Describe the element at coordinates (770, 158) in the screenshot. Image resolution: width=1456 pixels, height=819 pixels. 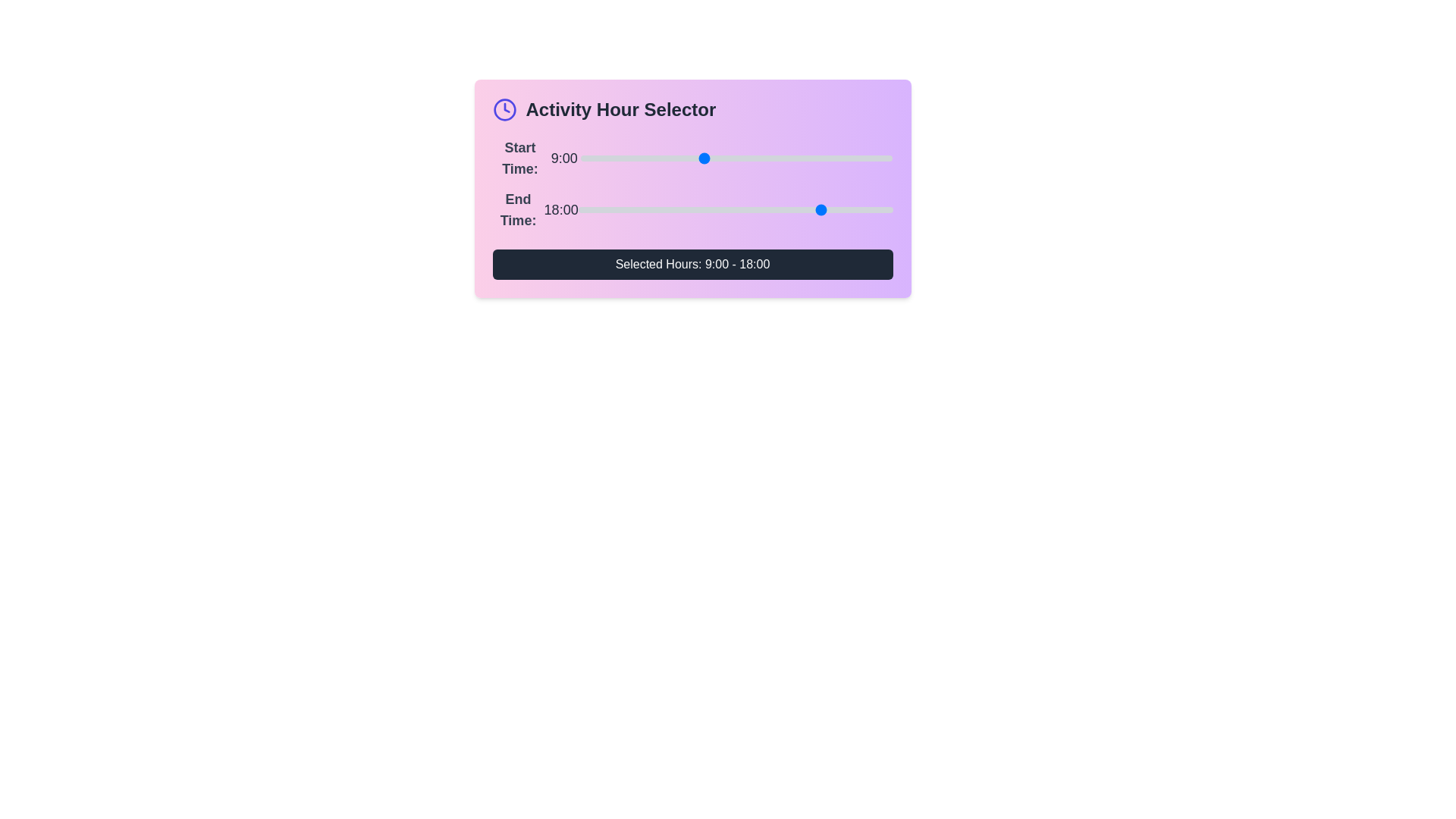
I see `the start time slider to set the hour to 14` at that location.